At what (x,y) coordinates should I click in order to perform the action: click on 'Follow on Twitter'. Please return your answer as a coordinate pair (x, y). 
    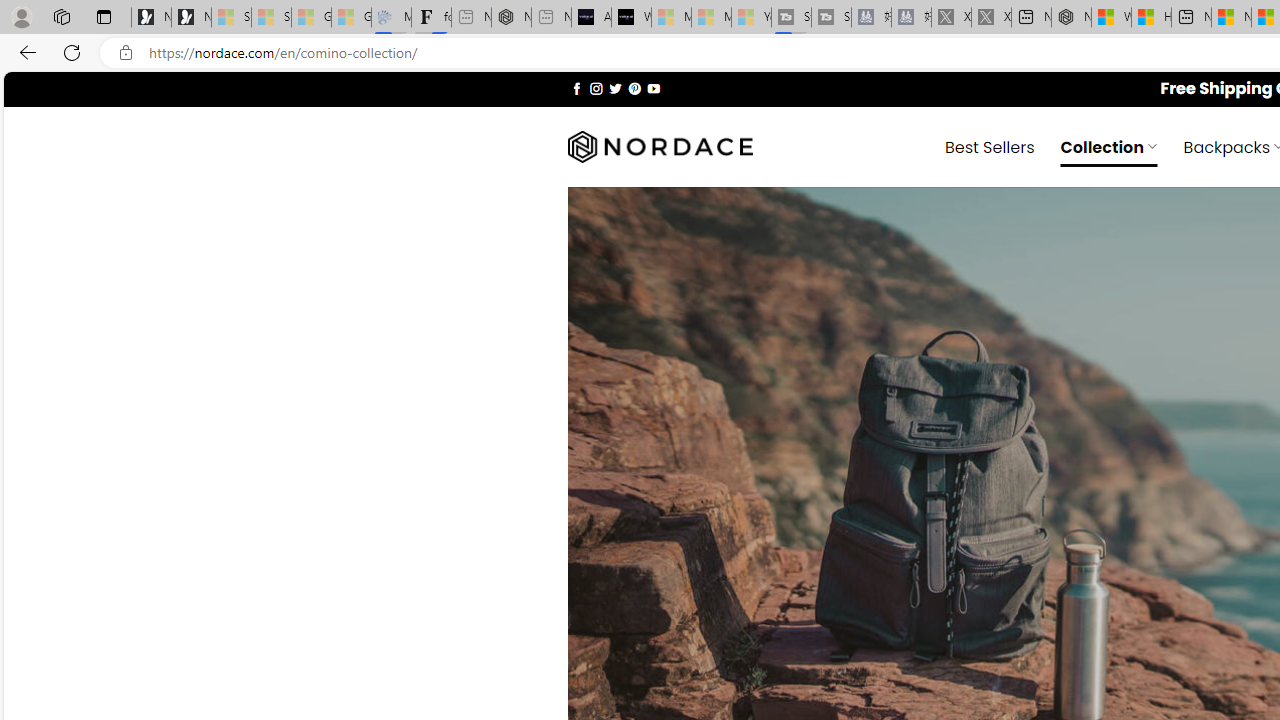
    Looking at the image, I should click on (614, 87).